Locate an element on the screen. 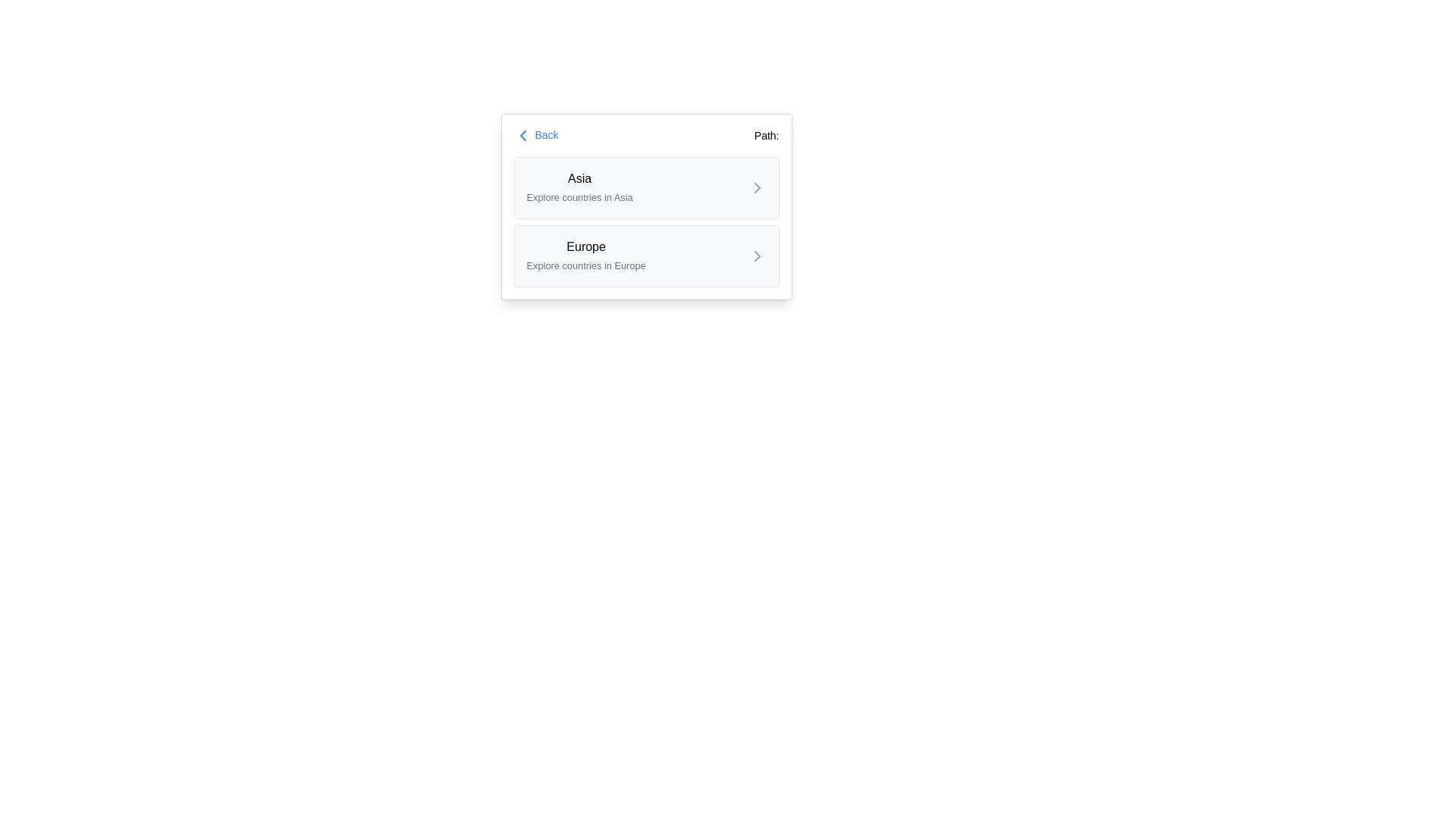  the navigational button-like card for Asia, which is the first item in a vertical list is located at coordinates (646, 187).